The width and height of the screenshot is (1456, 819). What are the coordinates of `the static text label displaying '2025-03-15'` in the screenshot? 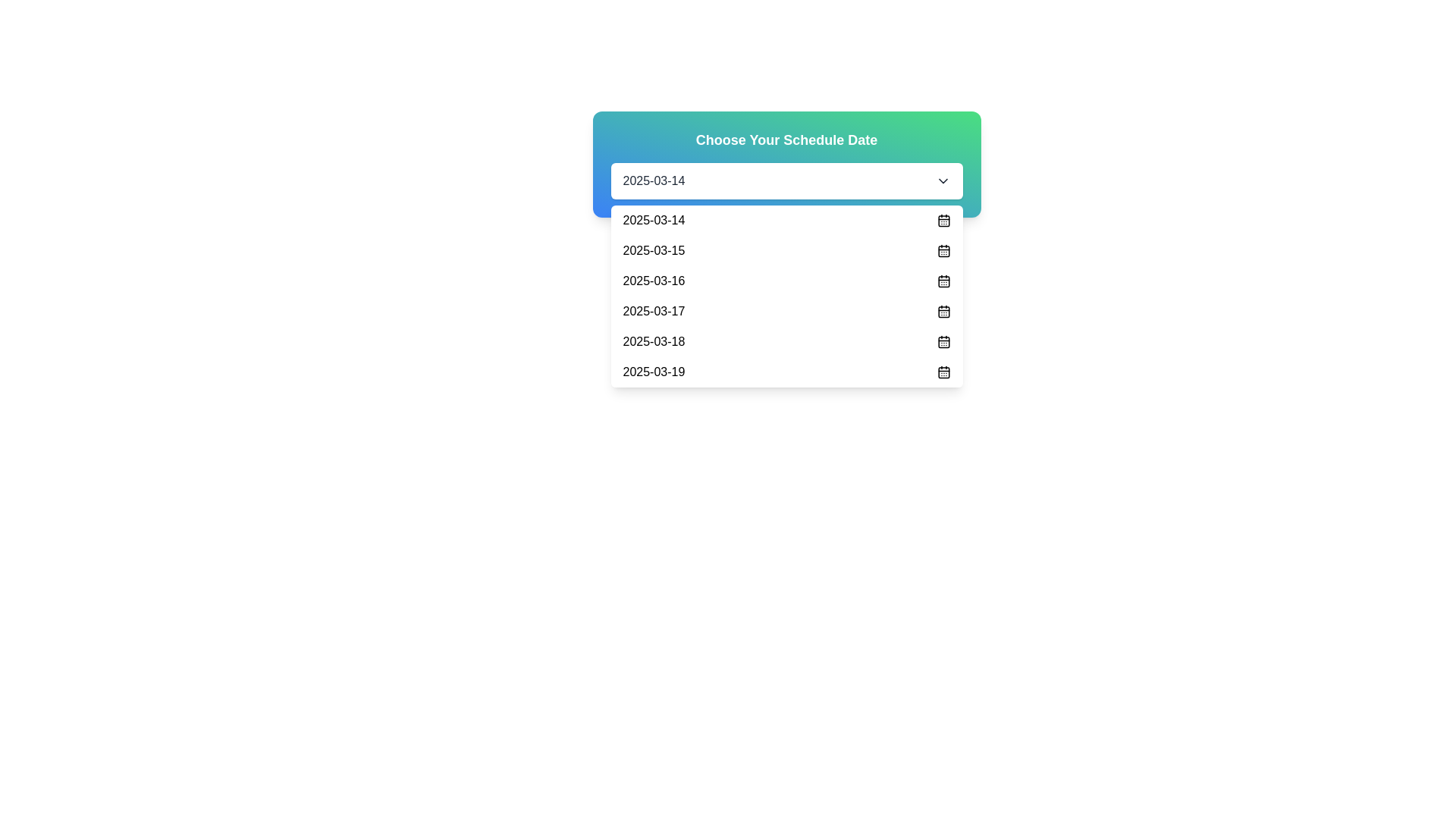 It's located at (654, 250).